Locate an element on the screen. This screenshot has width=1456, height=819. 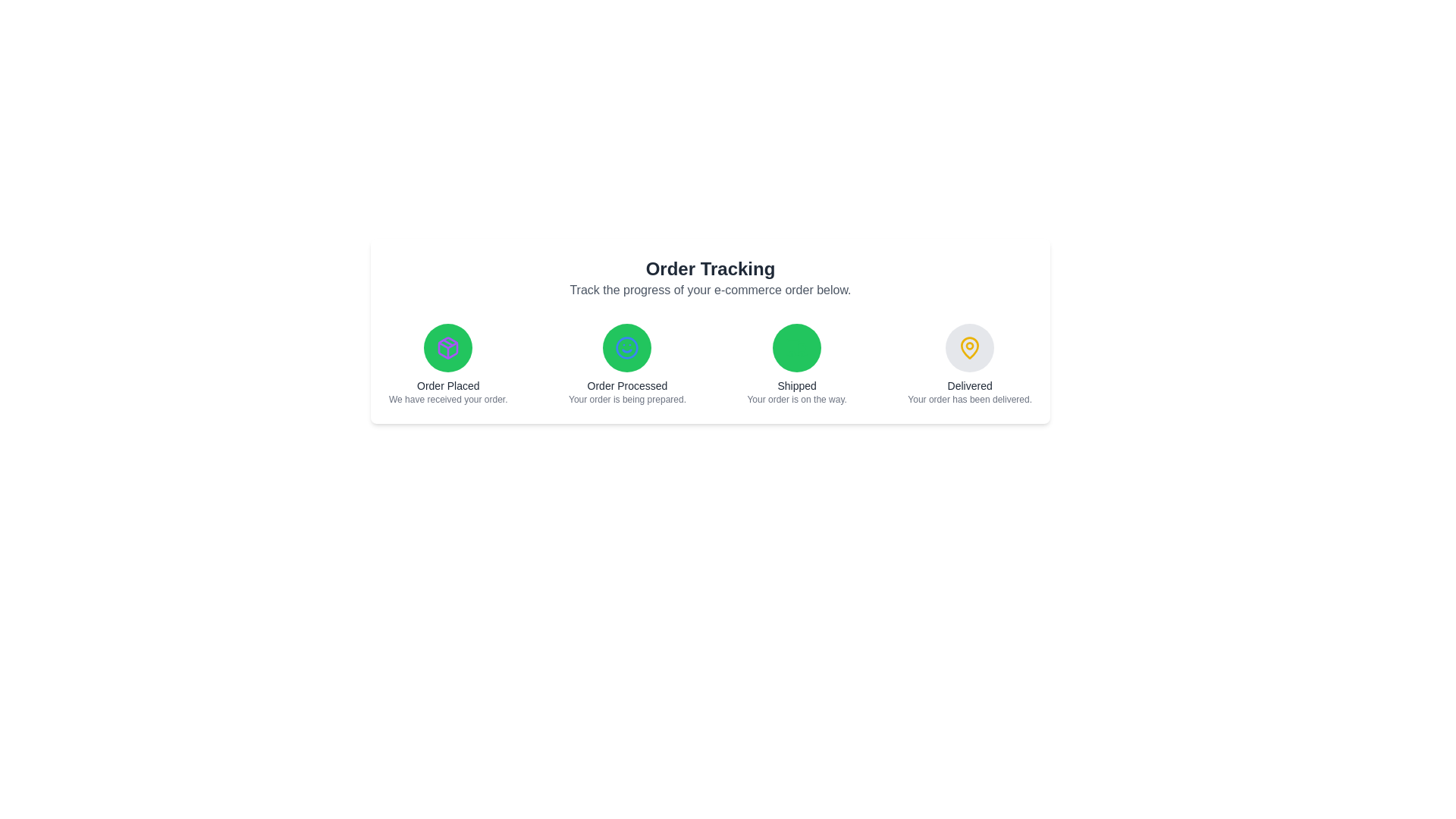
the 'Order Processed' icon in the second progress indicator of the order tracking section is located at coordinates (627, 348).